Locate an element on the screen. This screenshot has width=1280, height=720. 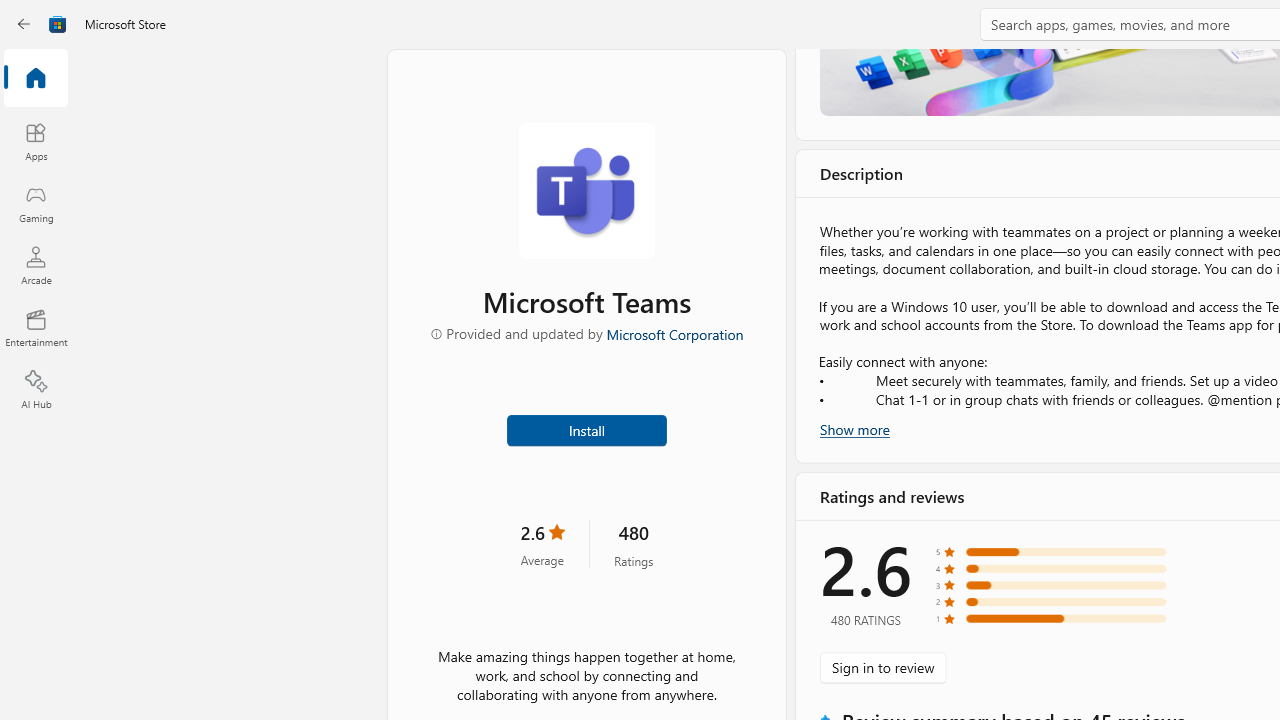
'Home' is located at coordinates (35, 78).